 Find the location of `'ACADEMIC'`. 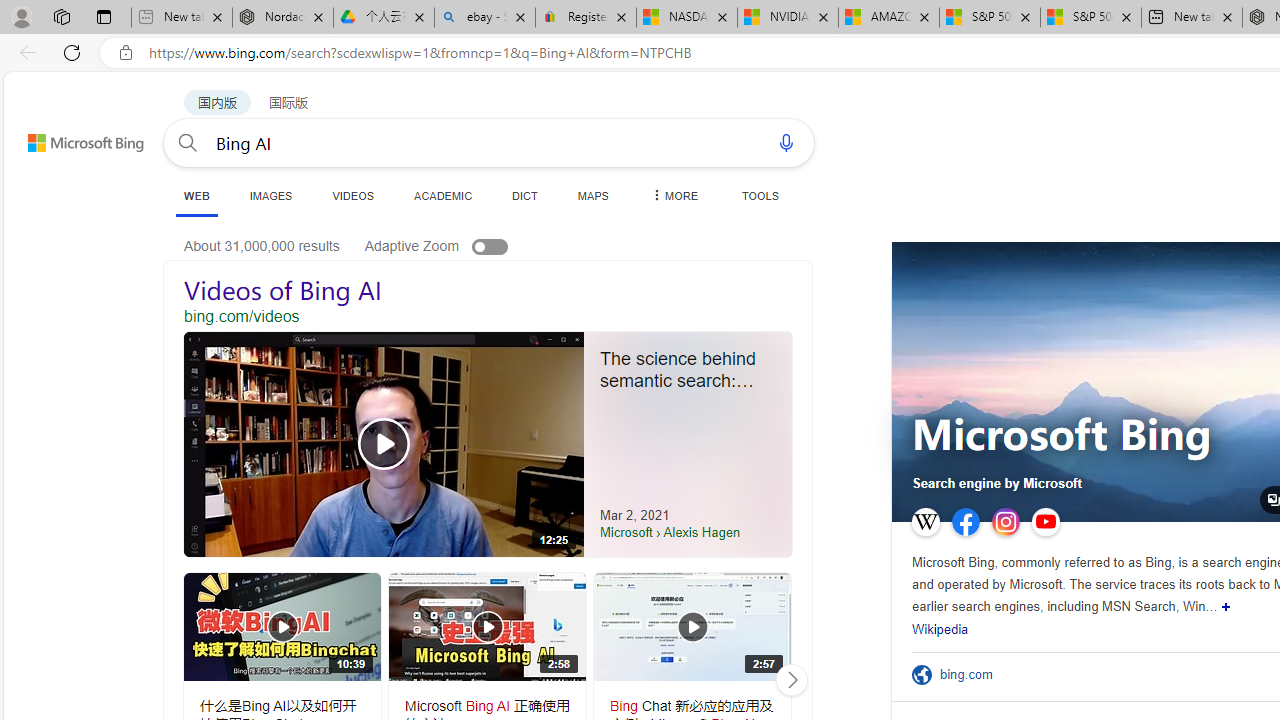

'ACADEMIC' is located at coordinates (442, 195).